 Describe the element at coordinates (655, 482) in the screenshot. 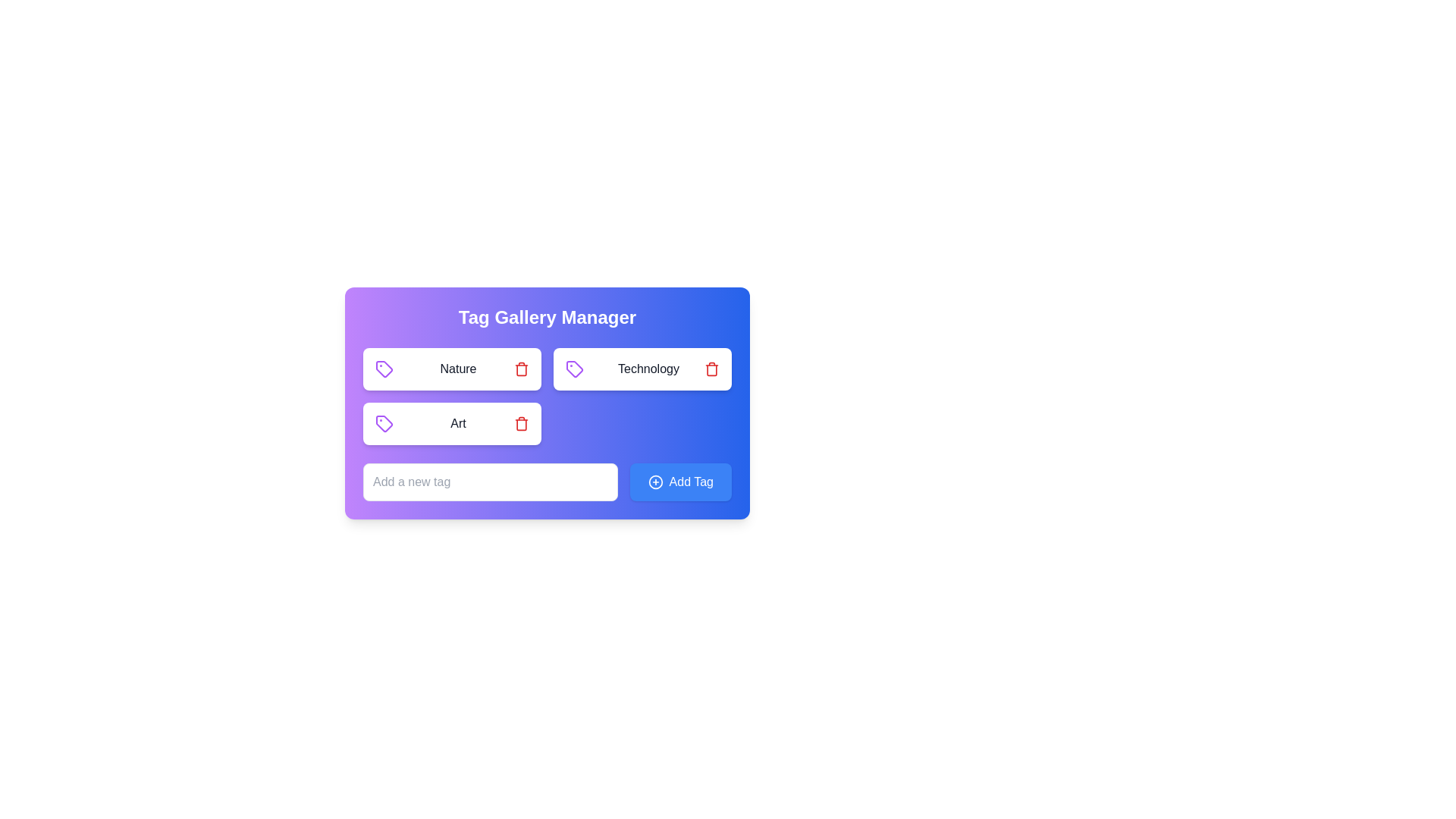

I see `the circular outline of the SVG graphic that serves as the base for the '+' symbol, located to the right of the 'Add Tag' button` at that location.